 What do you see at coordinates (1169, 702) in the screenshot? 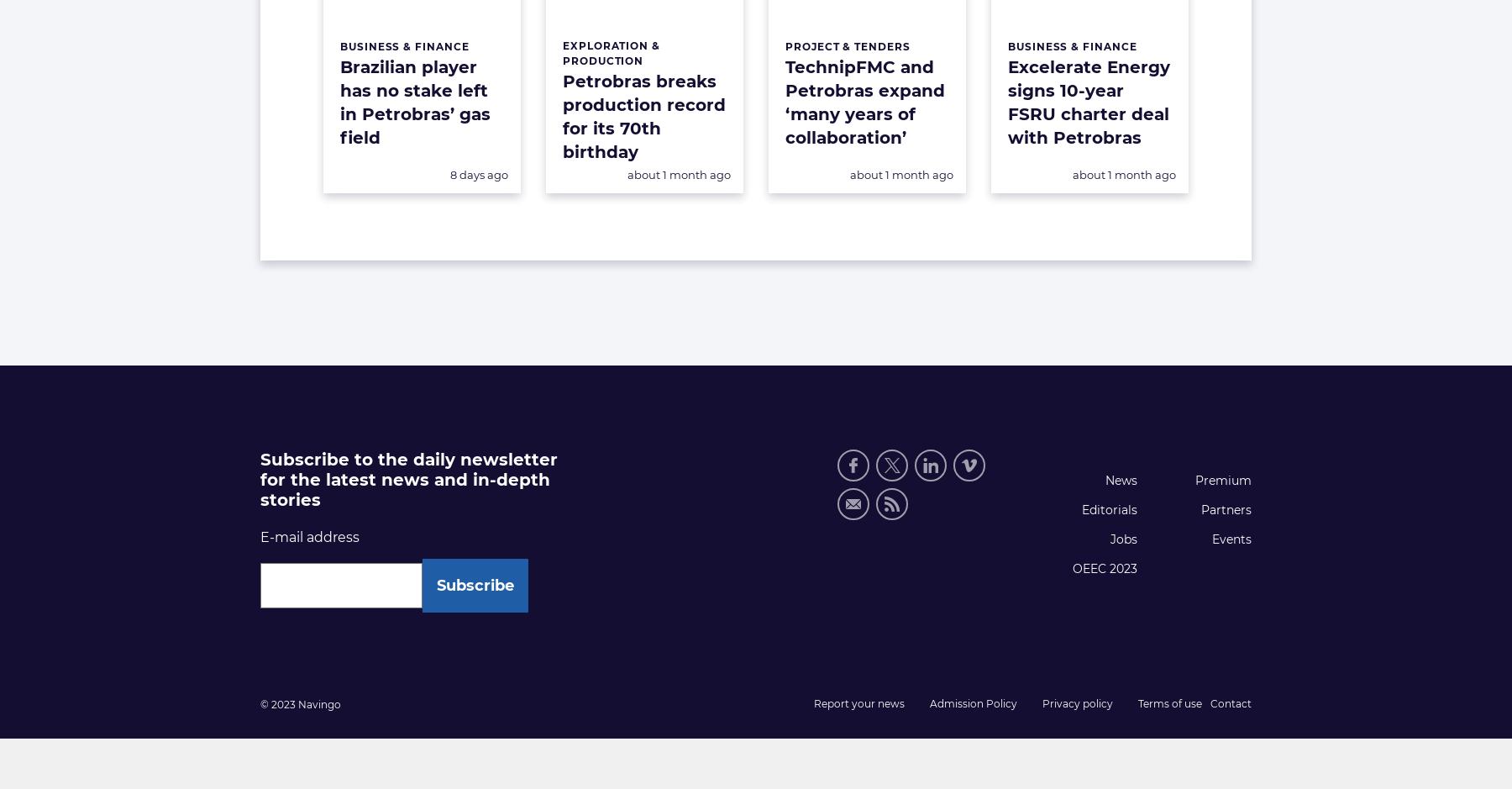
I see `'Terms of use'` at bounding box center [1169, 702].